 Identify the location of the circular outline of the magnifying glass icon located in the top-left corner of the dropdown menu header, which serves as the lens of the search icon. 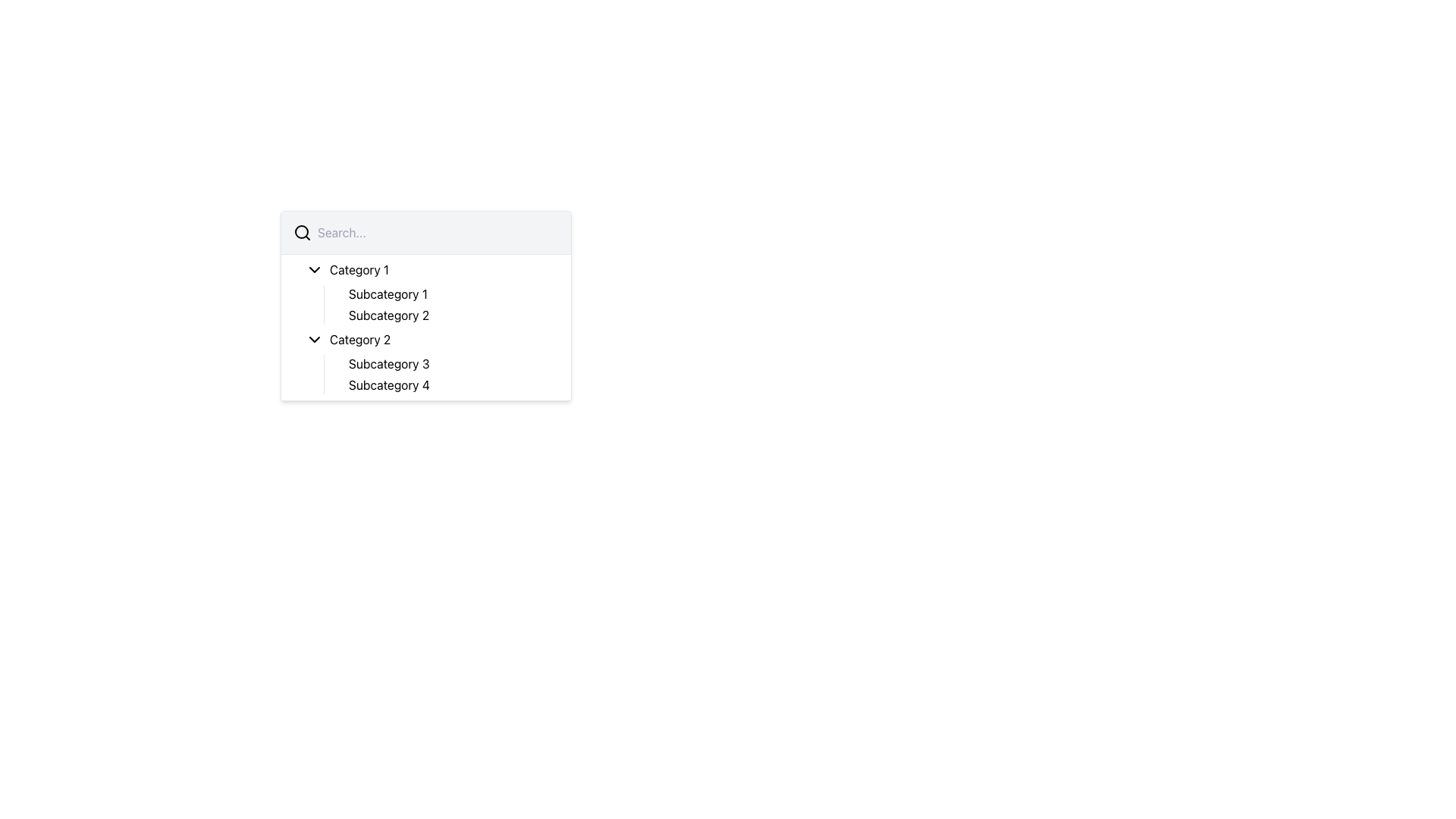
(302, 231).